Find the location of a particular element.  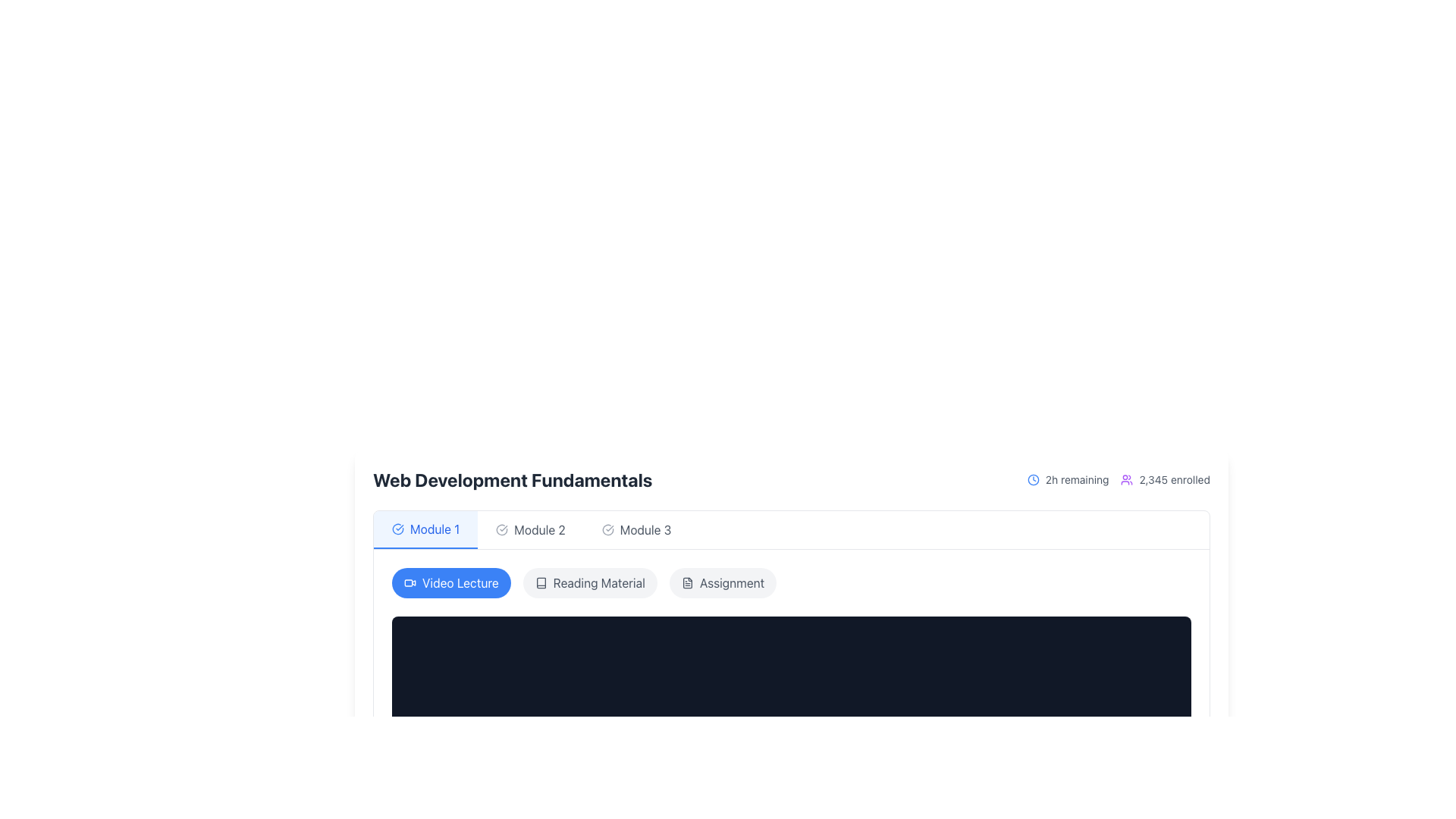

the 'Assignment' button, which contains an icon resembling a document or file with lines representing text, located in a horizontal row of buttons below the modules section is located at coordinates (686, 582).